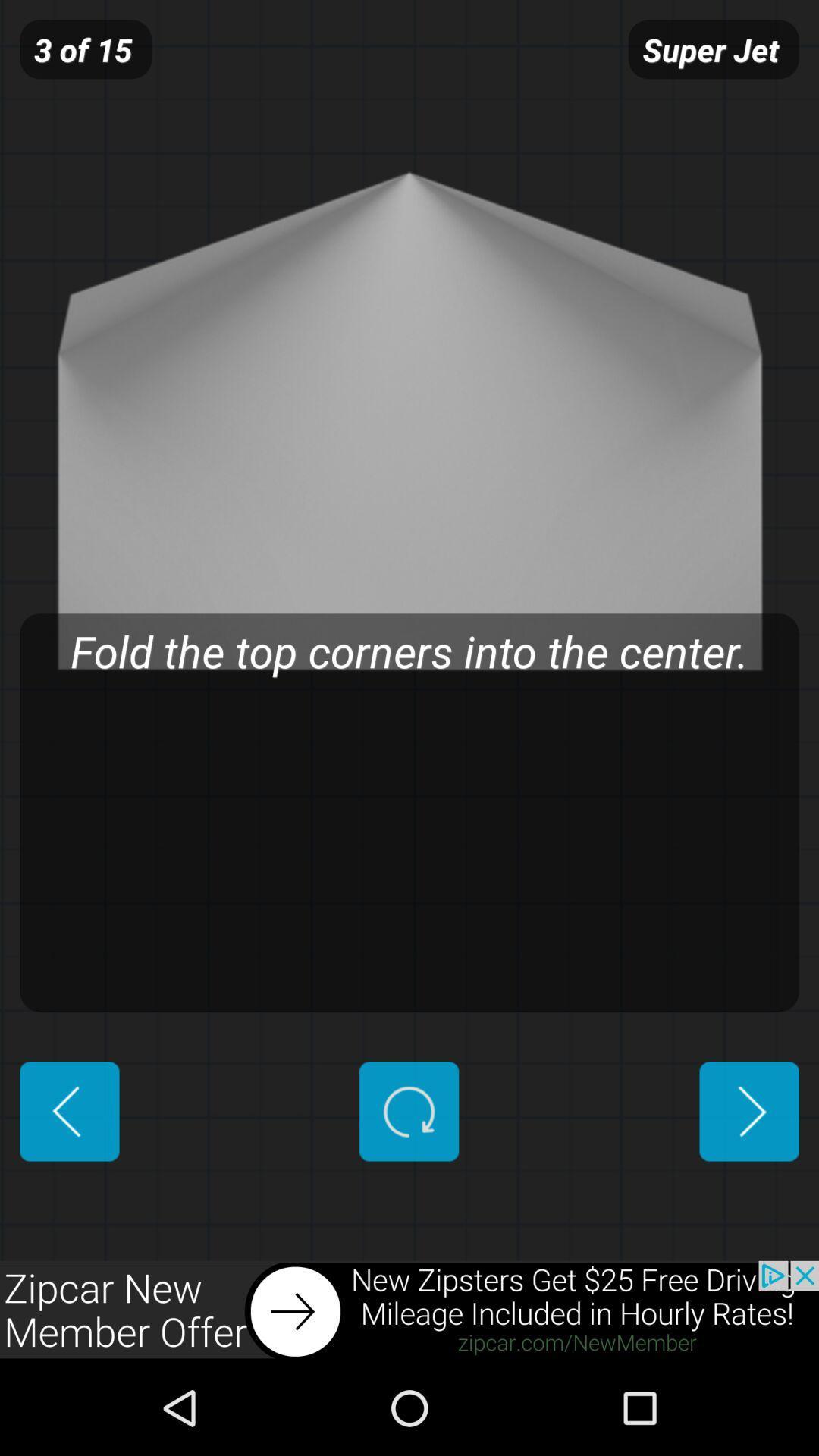  I want to click on the refresh icon, so click(408, 1188).